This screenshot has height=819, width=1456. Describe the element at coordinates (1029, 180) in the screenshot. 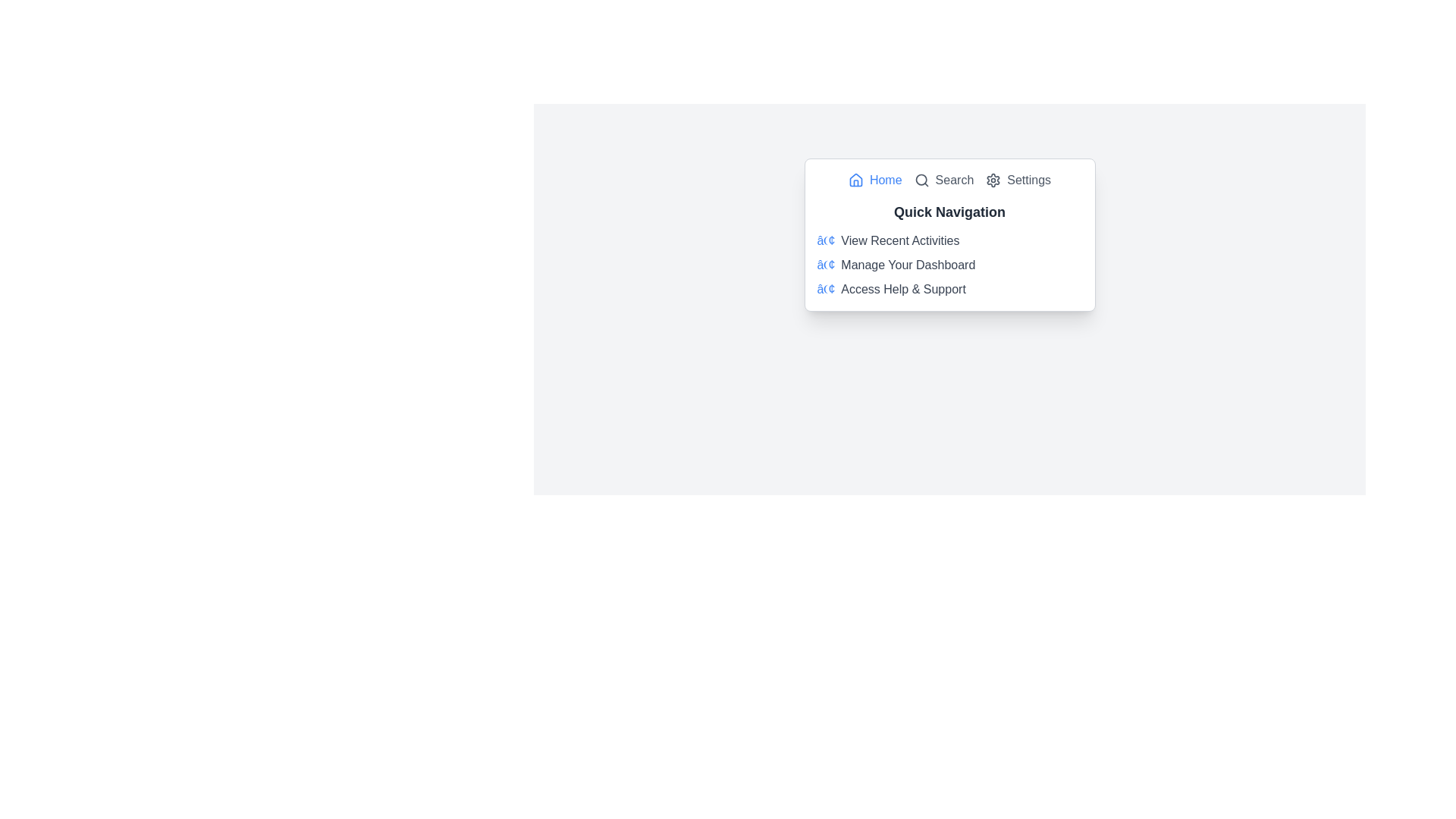

I see `the 'Settings' text link in the navigation bar` at that location.